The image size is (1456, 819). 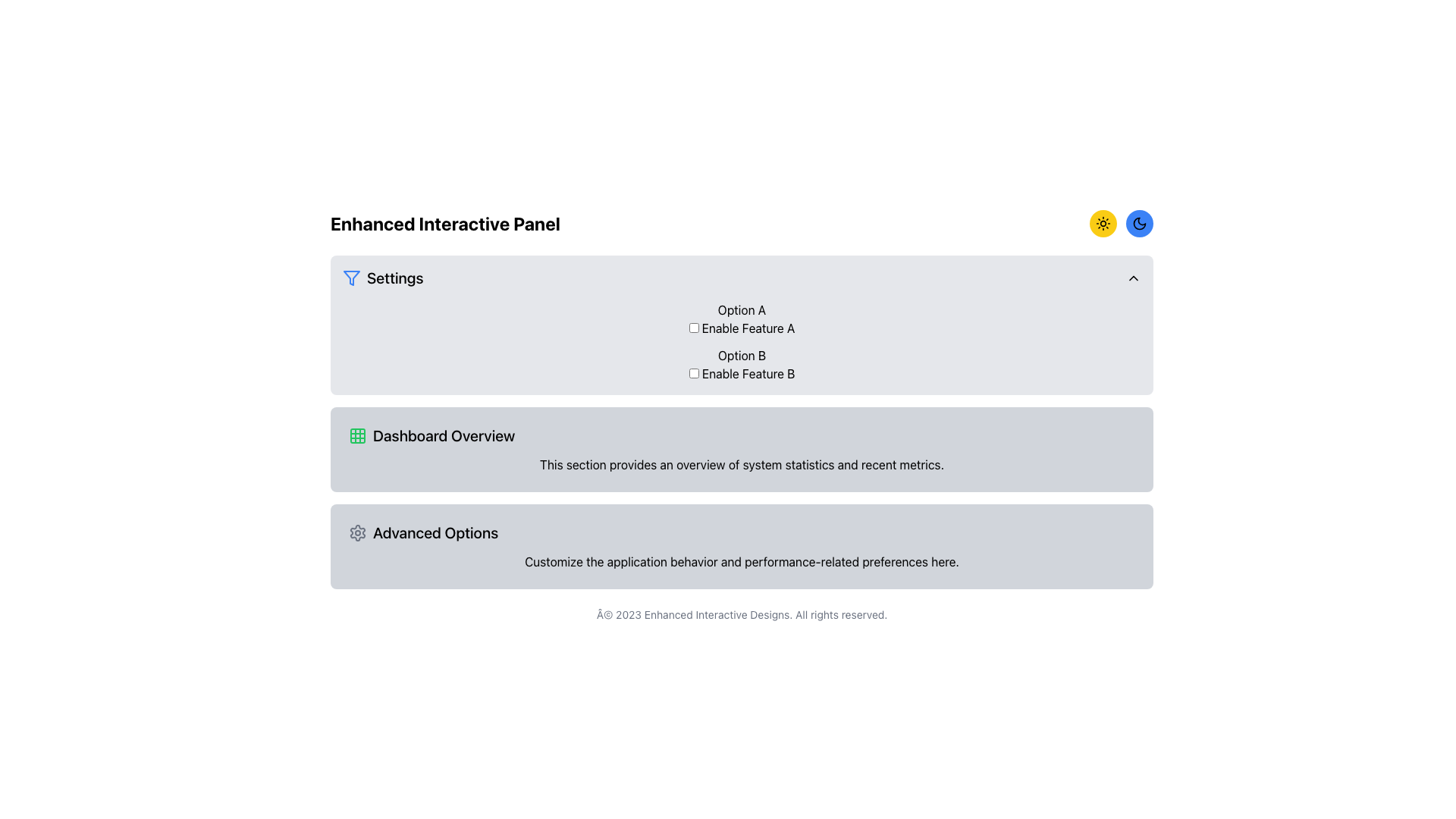 What do you see at coordinates (1103, 223) in the screenshot?
I see `the circular icon button with a bright yellow background and a sun-shaped icon` at bounding box center [1103, 223].